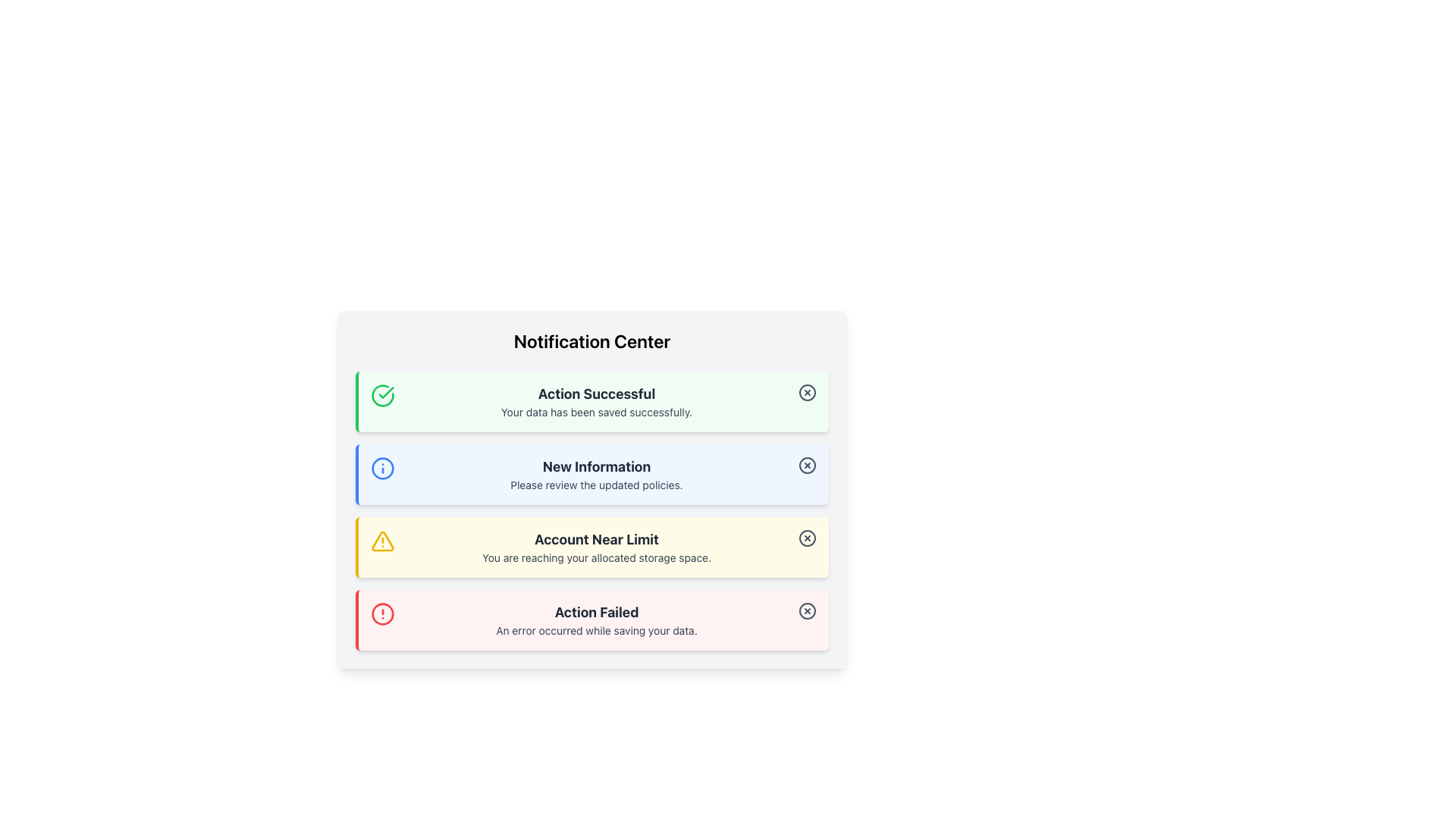  What do you see at coordinates (596, 539) in the screenshot?
I see `title text displaying 'Account Near Limit' which is bold and located in the third notification panel of the notification center, positioned centrally within a light yellow section` at bounding box center [596, 539].